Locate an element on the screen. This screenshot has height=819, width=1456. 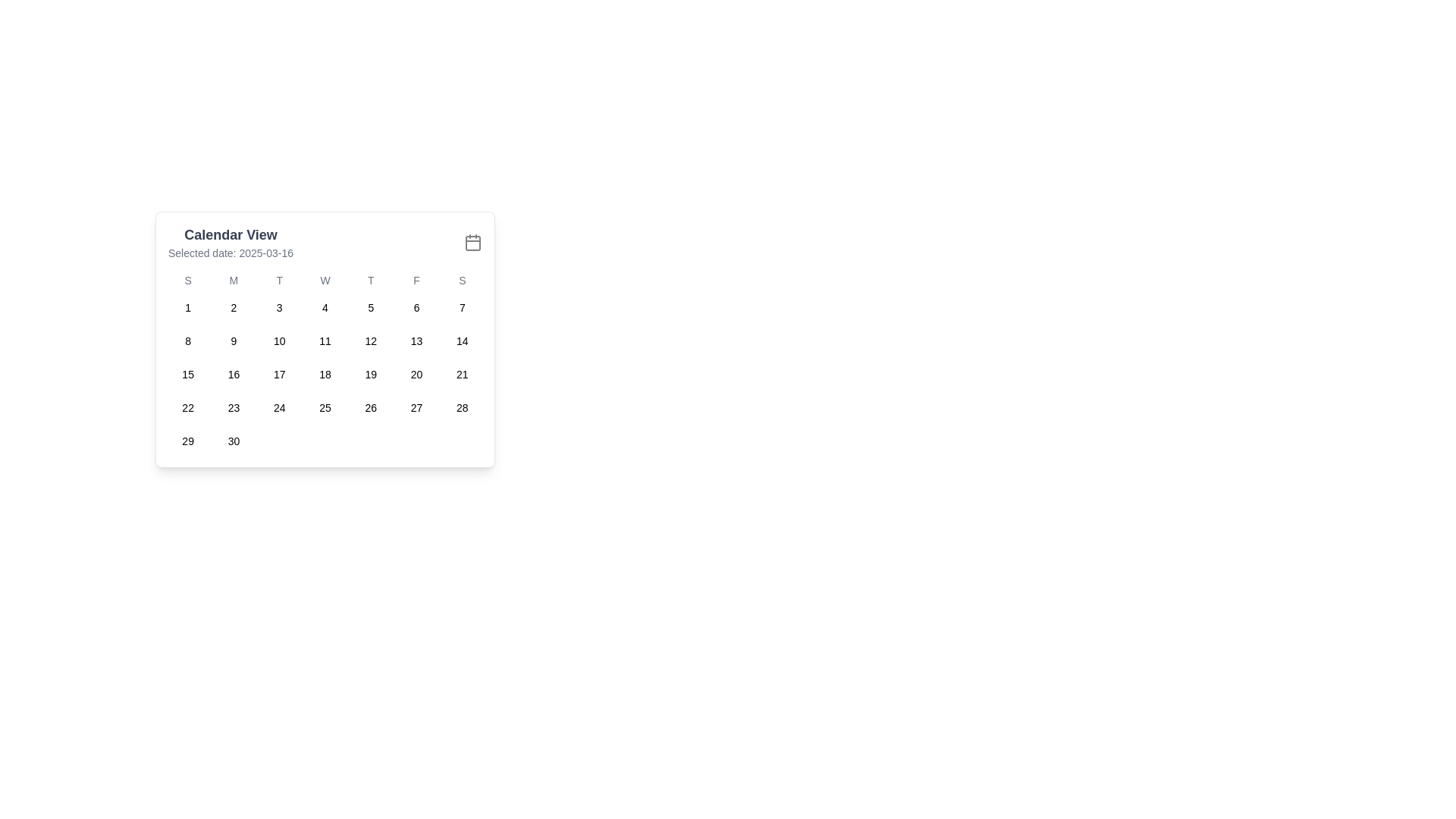
the calendar icon located in the top-right corner of the 'Calendar View' block, which is aligned with the 'Calendar View' text above is located at coordinates (472, 242).